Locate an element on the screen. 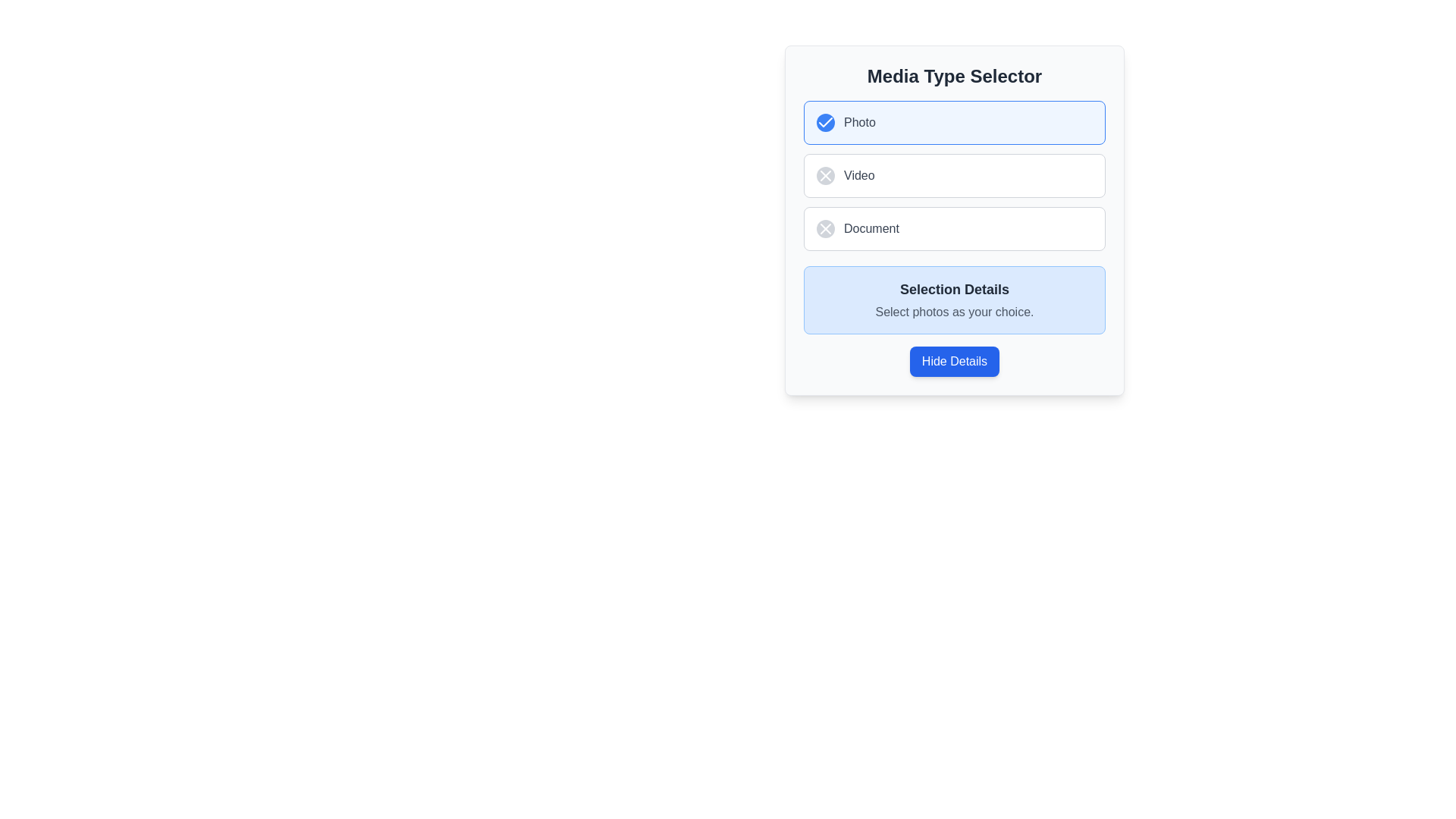 The width and height of the screenshot is (1456, 819). the X icon, which is a simple graphical representation consisting of two intersecting lines forming a cross, located at the top-right of the 'Video' selection row within the UI is located at coordinates (825, 174).